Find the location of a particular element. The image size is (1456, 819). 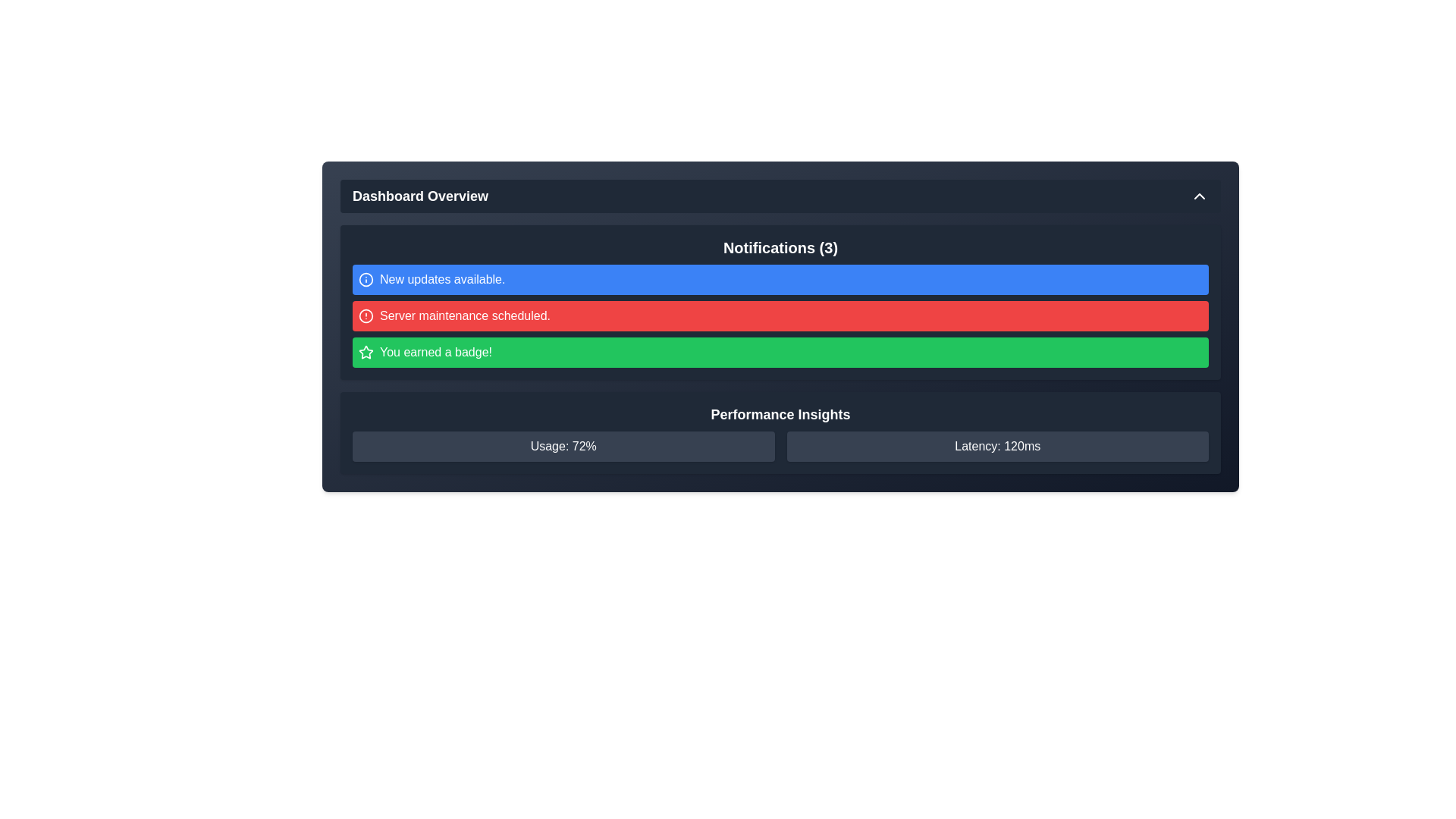

message displayed in the Notification Bar that is the second in a vertical stack of notifications, positioned between a blue notification above and a green notification below is located at coordinates (780, 315).